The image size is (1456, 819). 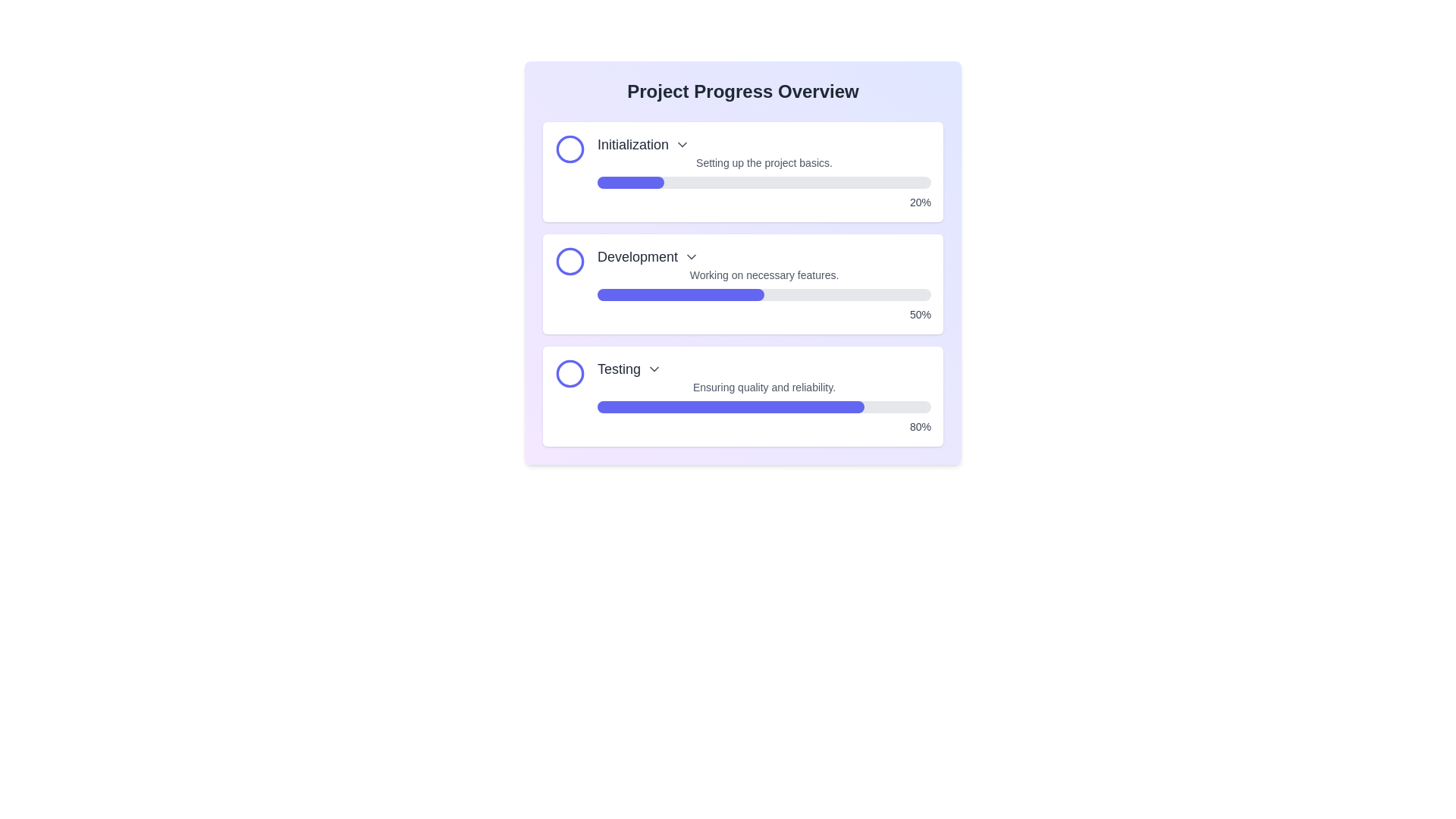 I want to click on the section label text that provides context to the user to initiate related actions or navigation, so click(x=619, y=369).